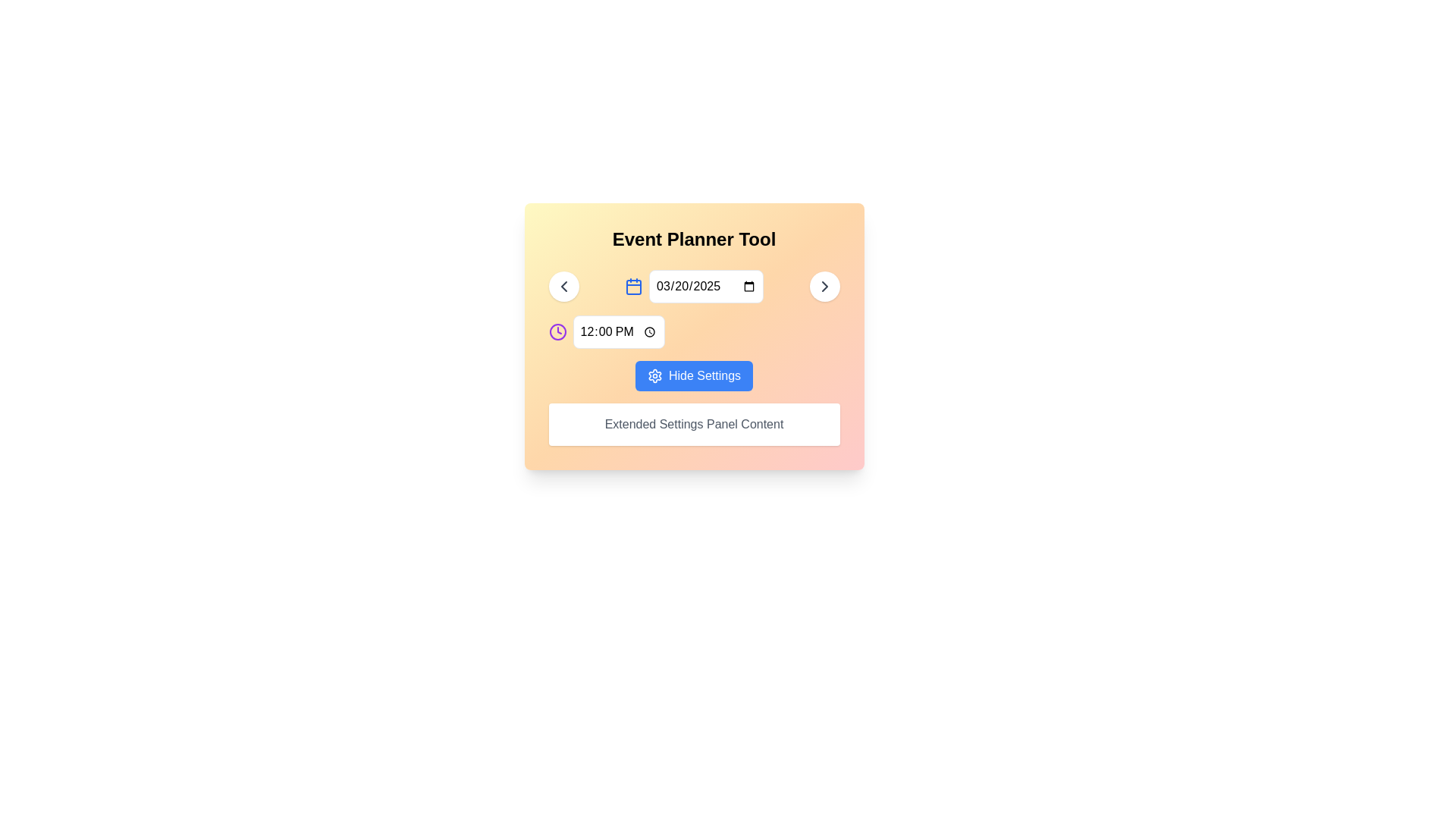 The height and width of the screenshot is (819, 1456). What do you see at coordinates (655, 375) in the screenshot?
I see `the blue settings cog icon, which is located to the left of the 'Hide Settings' text within the button at the center of the bottom half of the card` at bounding box center [655, 375].